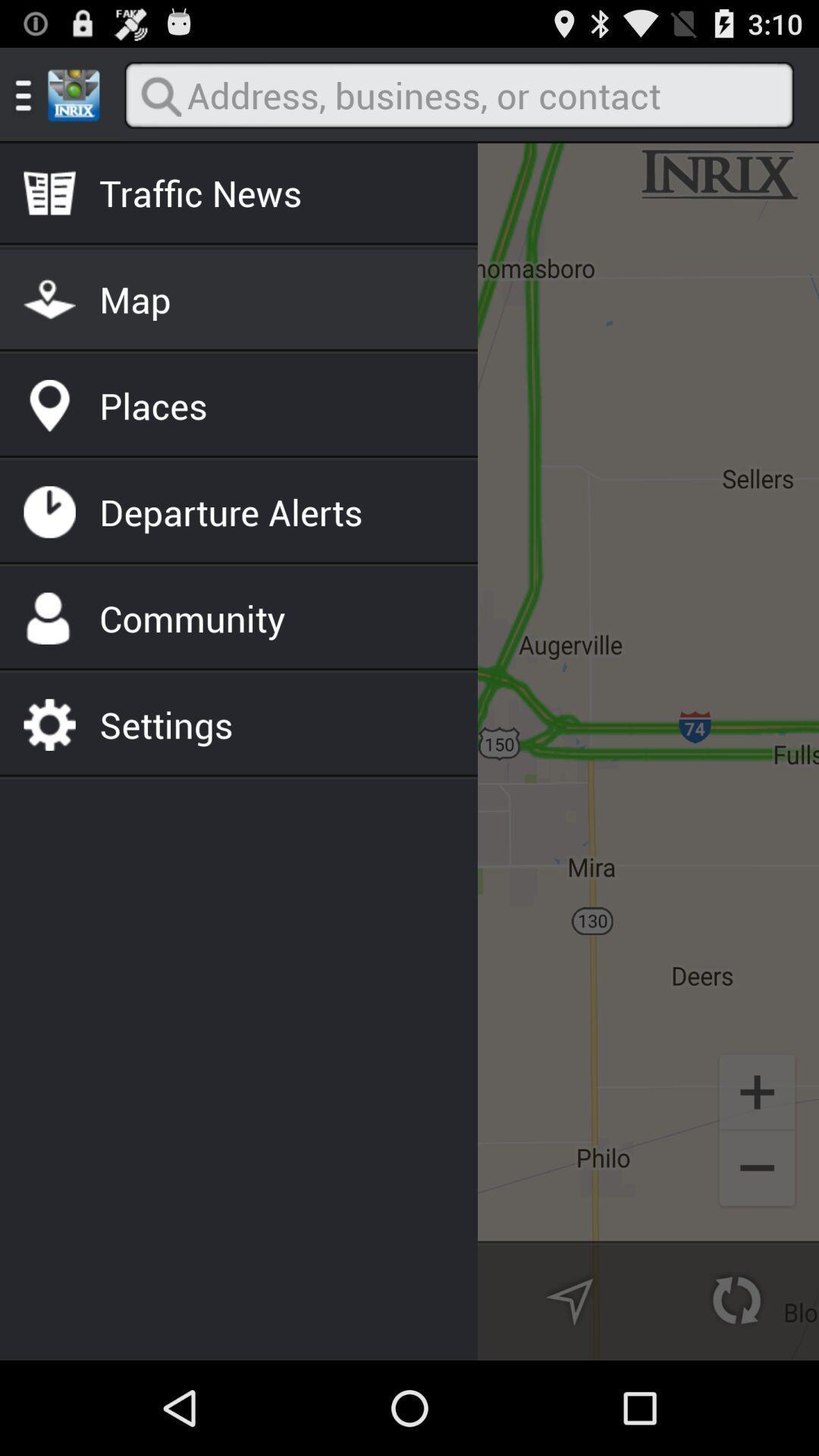  What do you see at coordinates (191, 618) in the screenshot?
I see `the community` at bounding box center [191, 618].